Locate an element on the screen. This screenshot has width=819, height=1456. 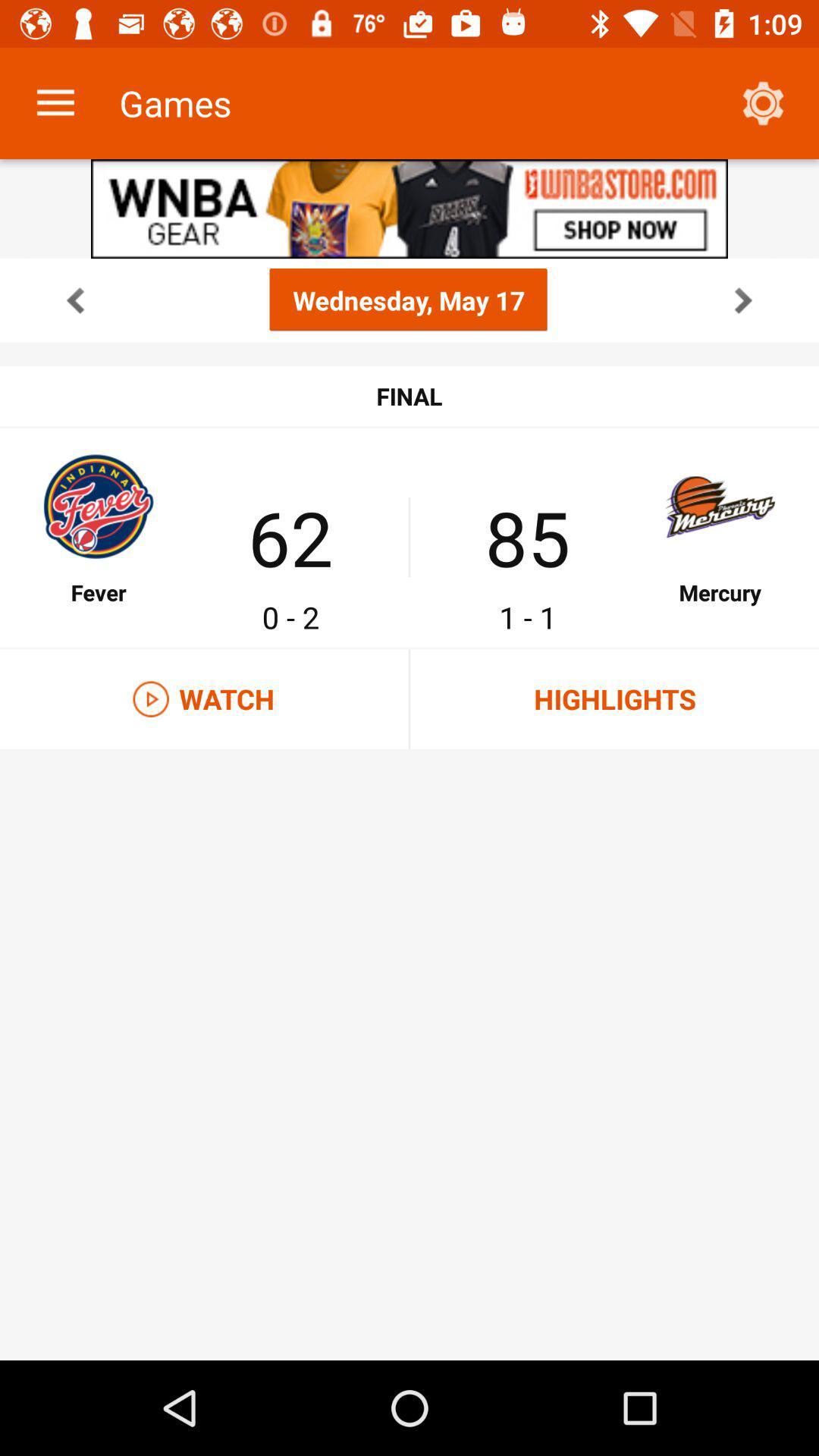
the arrow_forward icon is located at coordinates (742, 300).